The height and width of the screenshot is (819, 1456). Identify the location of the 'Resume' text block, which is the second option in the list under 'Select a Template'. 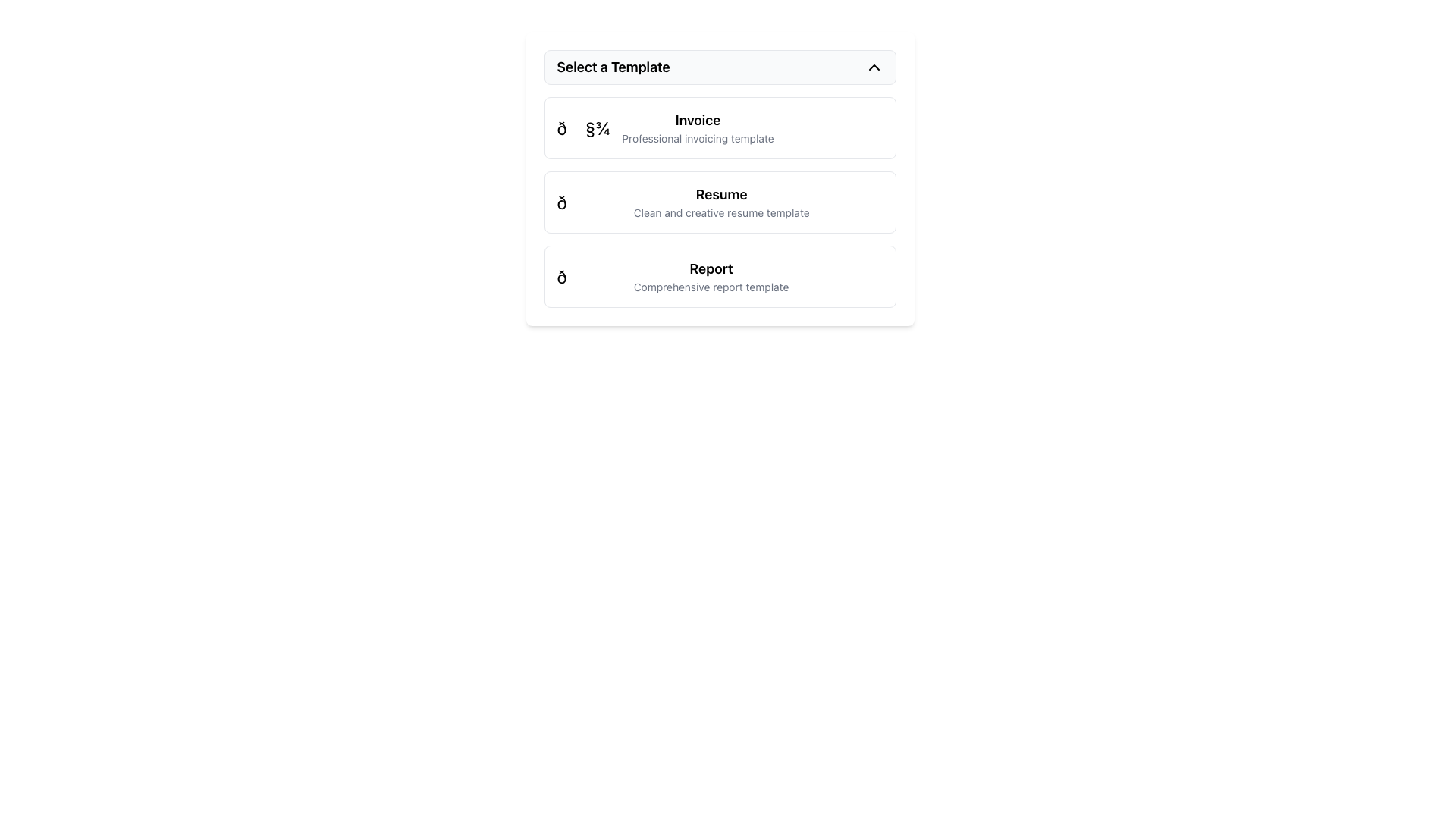
(720, 201).